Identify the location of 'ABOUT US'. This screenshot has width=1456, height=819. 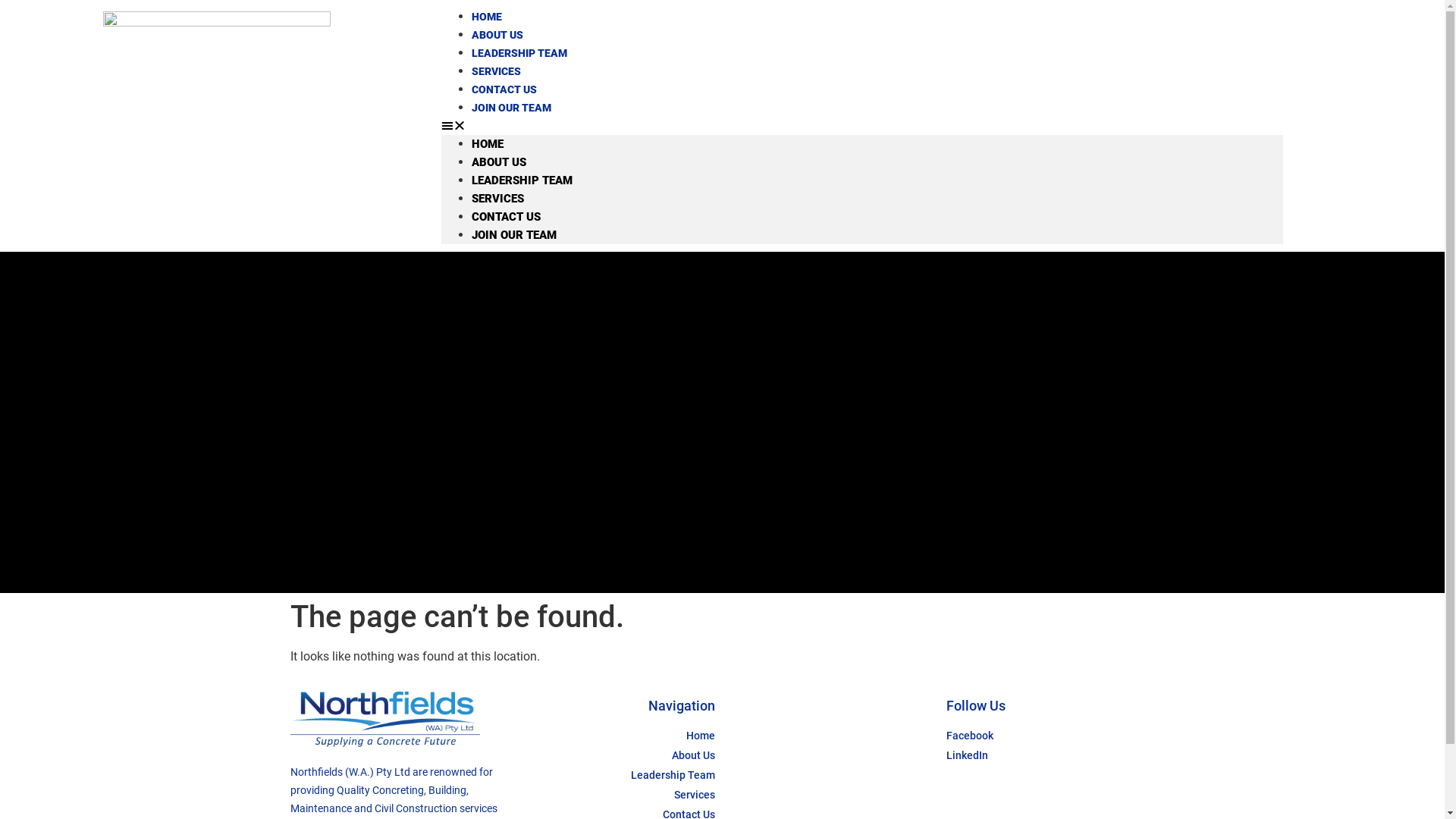
(498, 162).